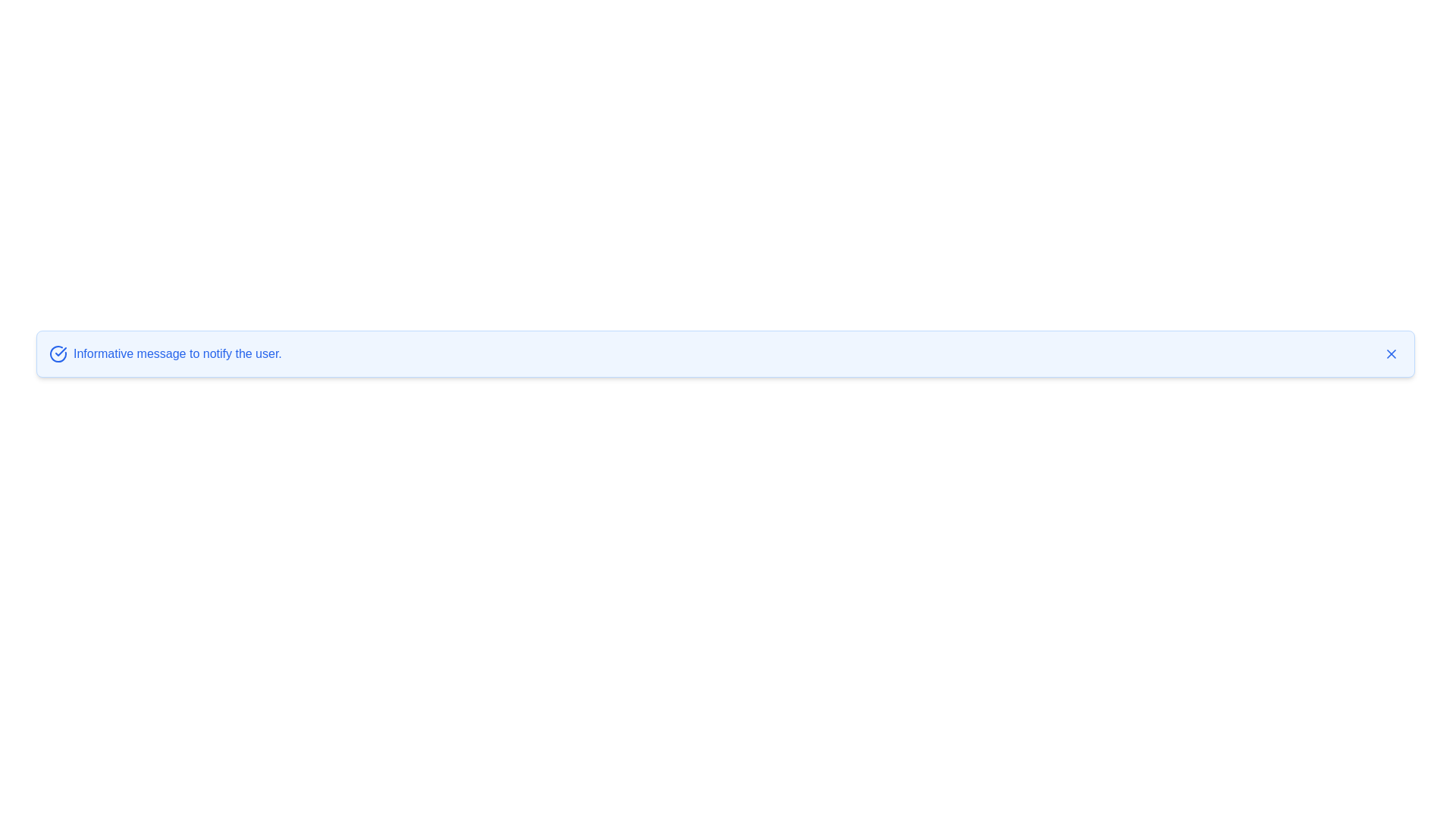 Image resolution: width=1456 pixels, height=819 pixels. I want to click on the success icon located at the center of the circular SVG graphic group in the leftmost part of the notification-style banner, so click(61, 351).